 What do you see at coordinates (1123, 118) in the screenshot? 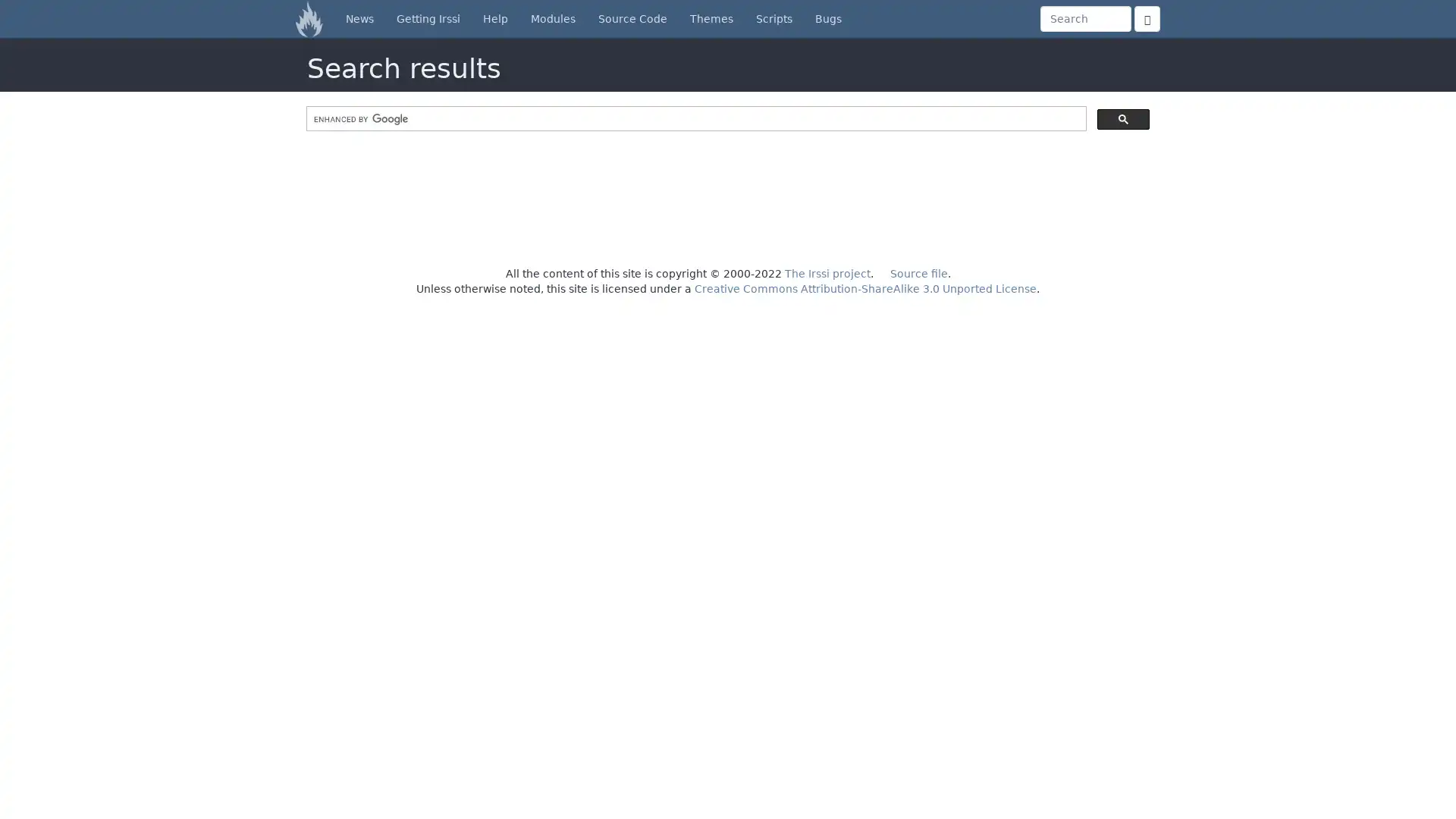
I see `search` at bounding box center [1123, 118].